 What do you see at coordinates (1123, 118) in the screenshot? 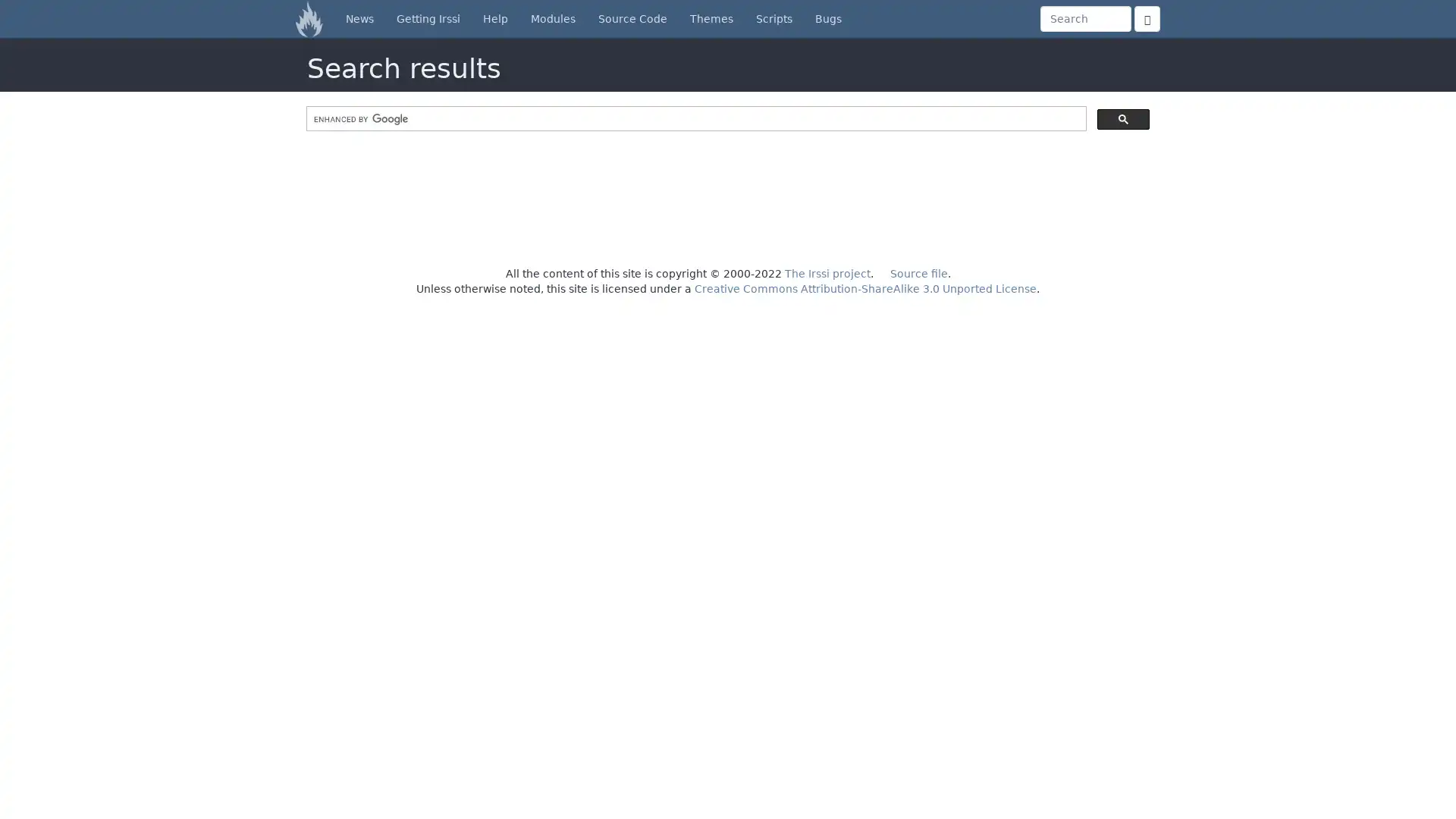
I see `search` at bounding box center [1123, 118].